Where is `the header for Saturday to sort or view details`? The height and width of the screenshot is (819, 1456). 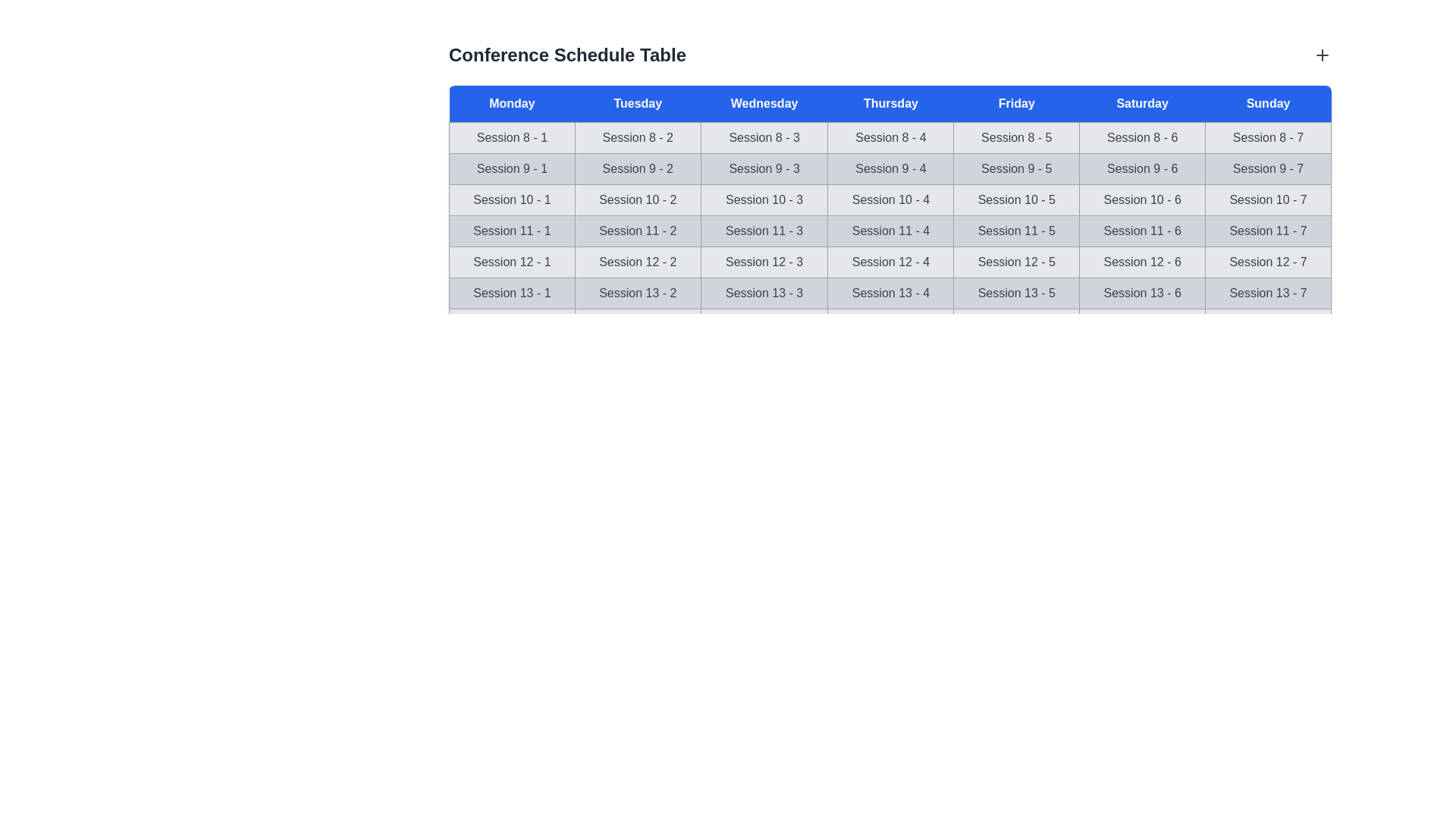 the header for Saturday to sort or view details is located at coordinates (1142, 103).